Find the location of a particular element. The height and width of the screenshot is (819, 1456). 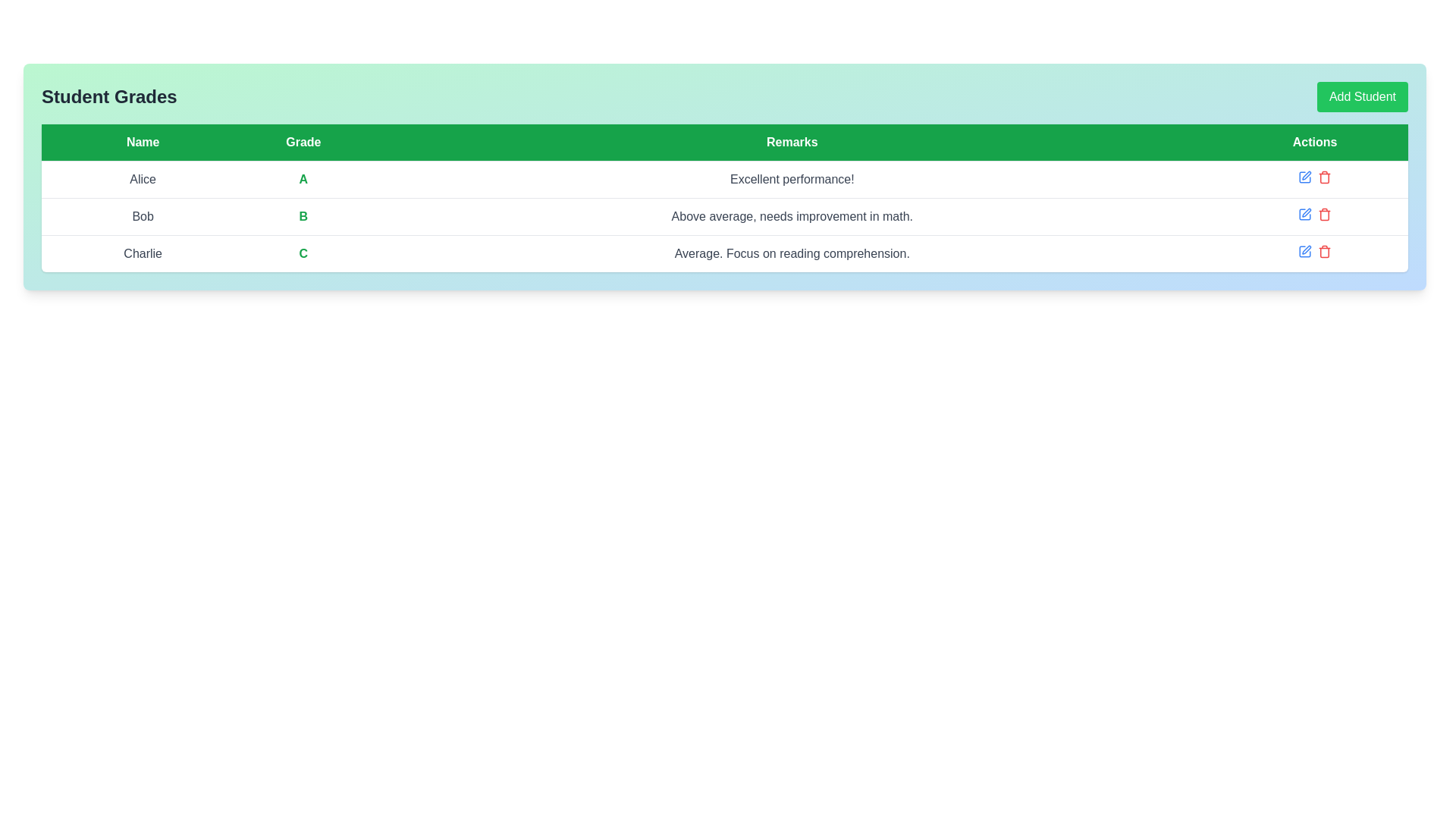

the 'delete' icon located in the 'Actions' column of the table, which is the second icon from the right in each row is located at coordinates (1324, 177).